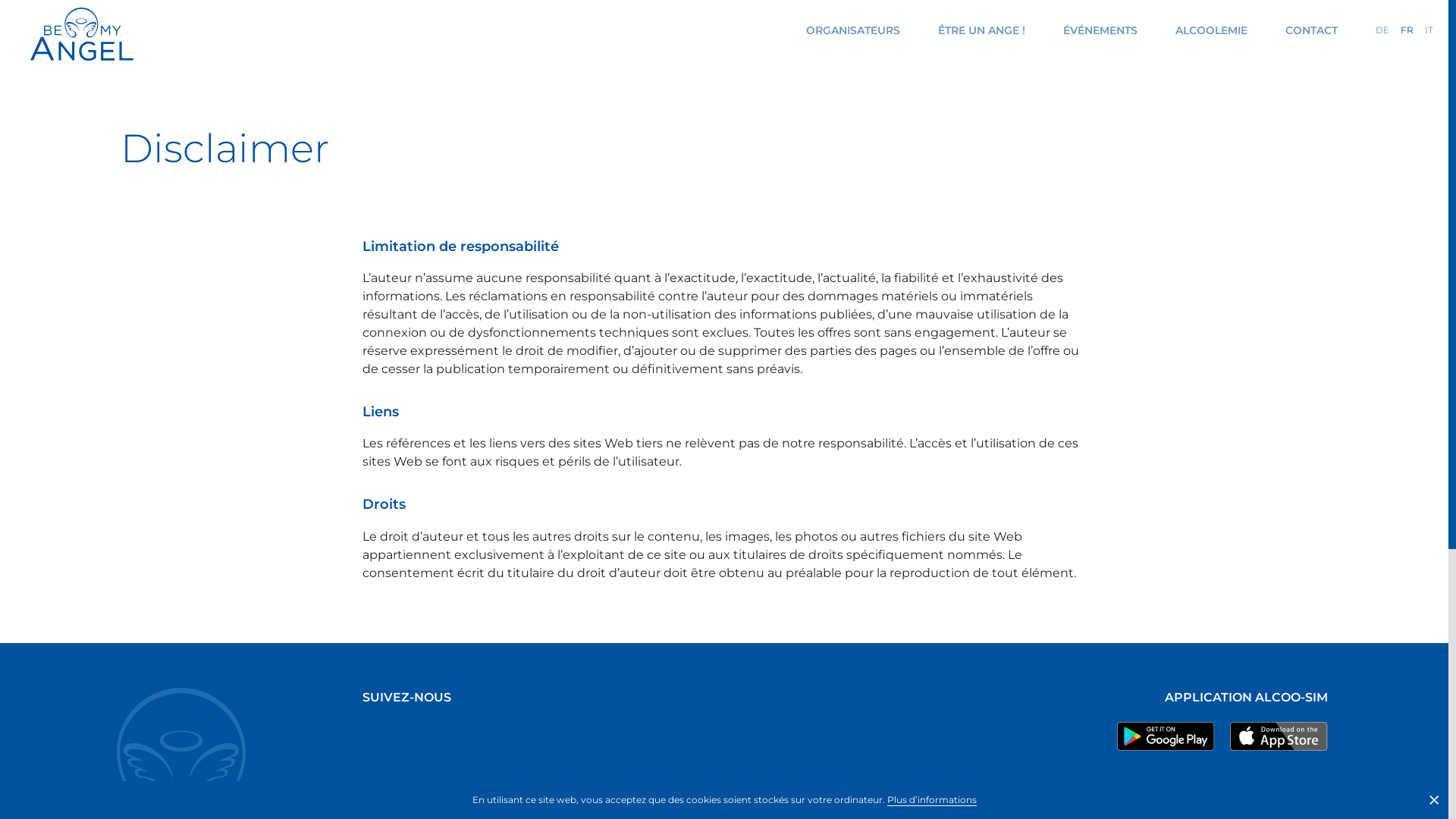 This screenshot has width=1456, height=819. Describe the element at coordinates (1428, 30) in the screenshot. I see `'IT'` at that location.